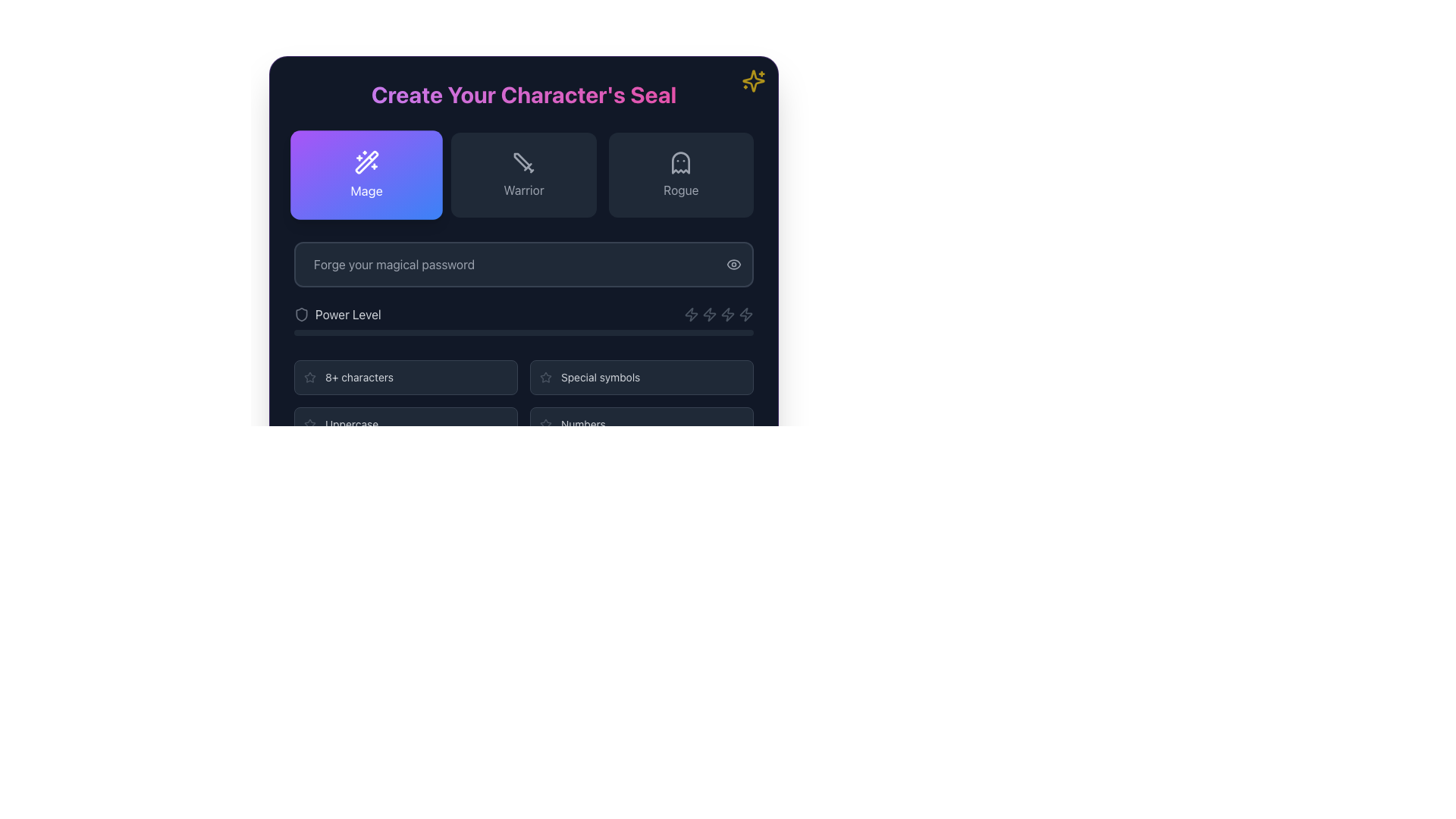 The width and height of the screenshot is (1456, 819). Describe the element at coordinates (524, 189) in the screenshot. I see `label that corresponds to the 'Warrior' option displayed in the middle section beneath the sword icon, which is aligned horizontally with 'Mage' and 'Rogue.'` at that location.